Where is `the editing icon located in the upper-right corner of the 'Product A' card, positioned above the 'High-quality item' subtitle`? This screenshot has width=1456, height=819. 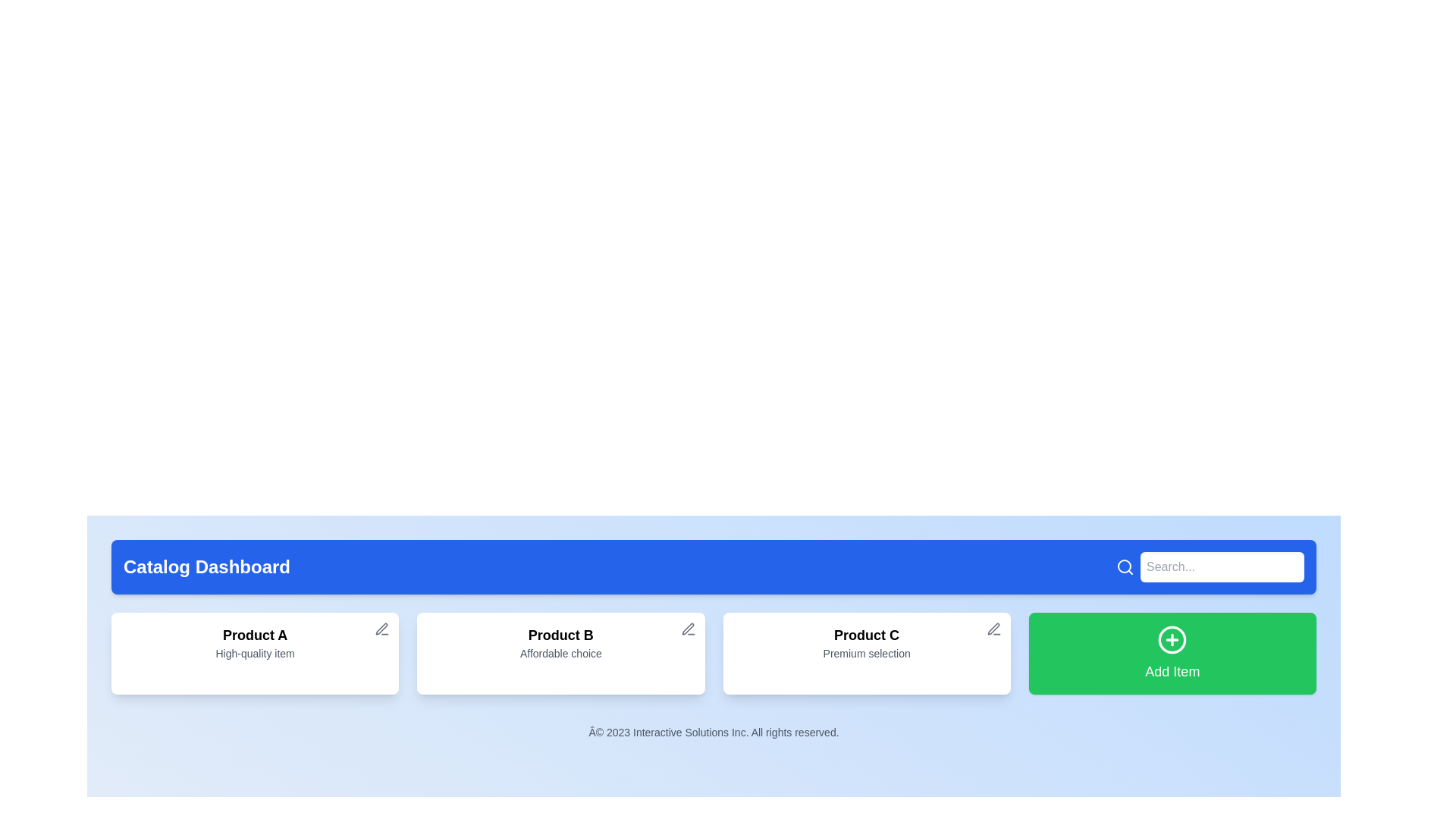
the editing icon located in the upper-right corner of the 'Product A' card, positioned above the 'High-quality item' subtitle is located at coordinates (382, 629).